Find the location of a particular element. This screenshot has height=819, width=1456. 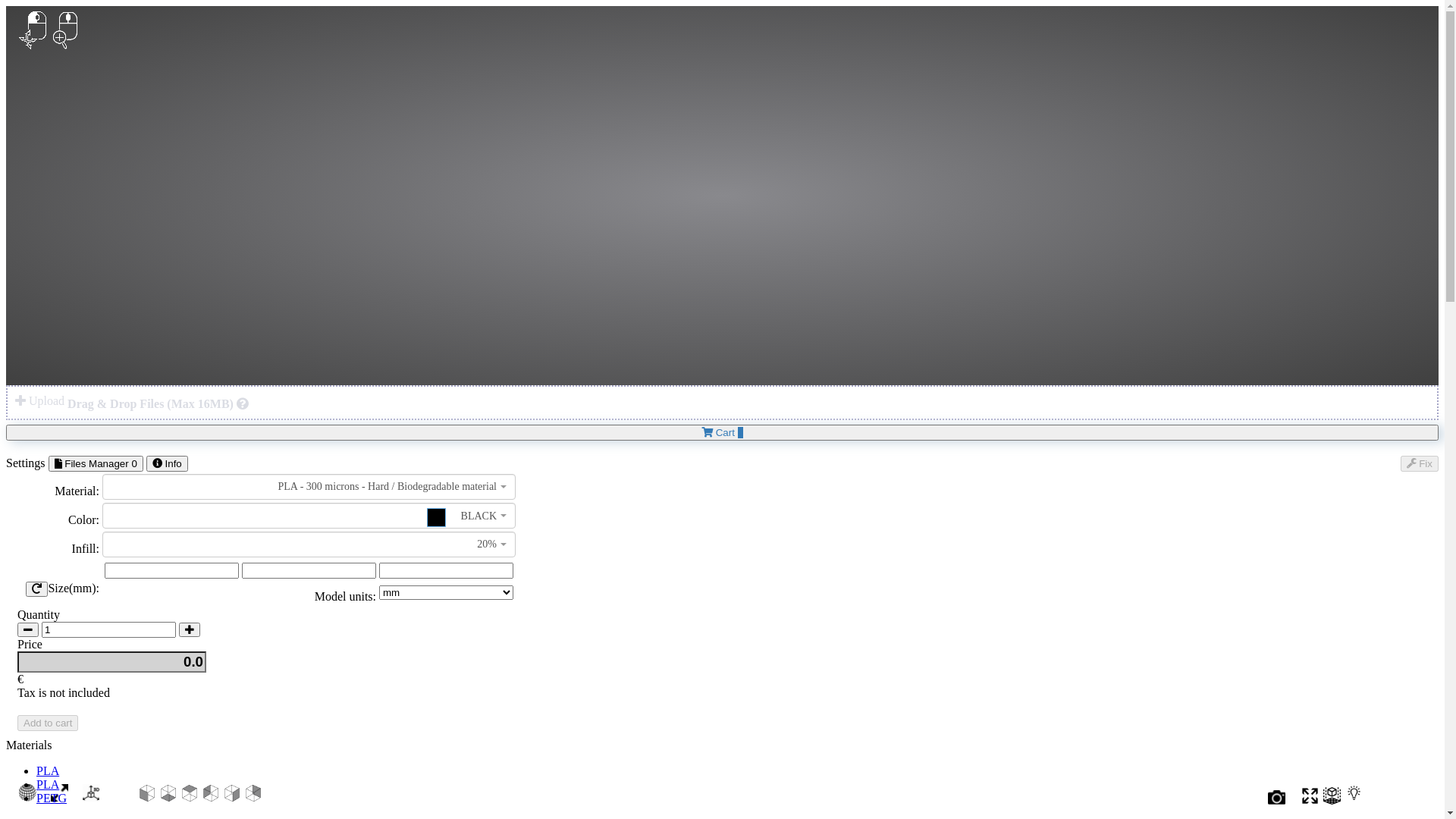

'PLA' is located at coordinates (47, 784).